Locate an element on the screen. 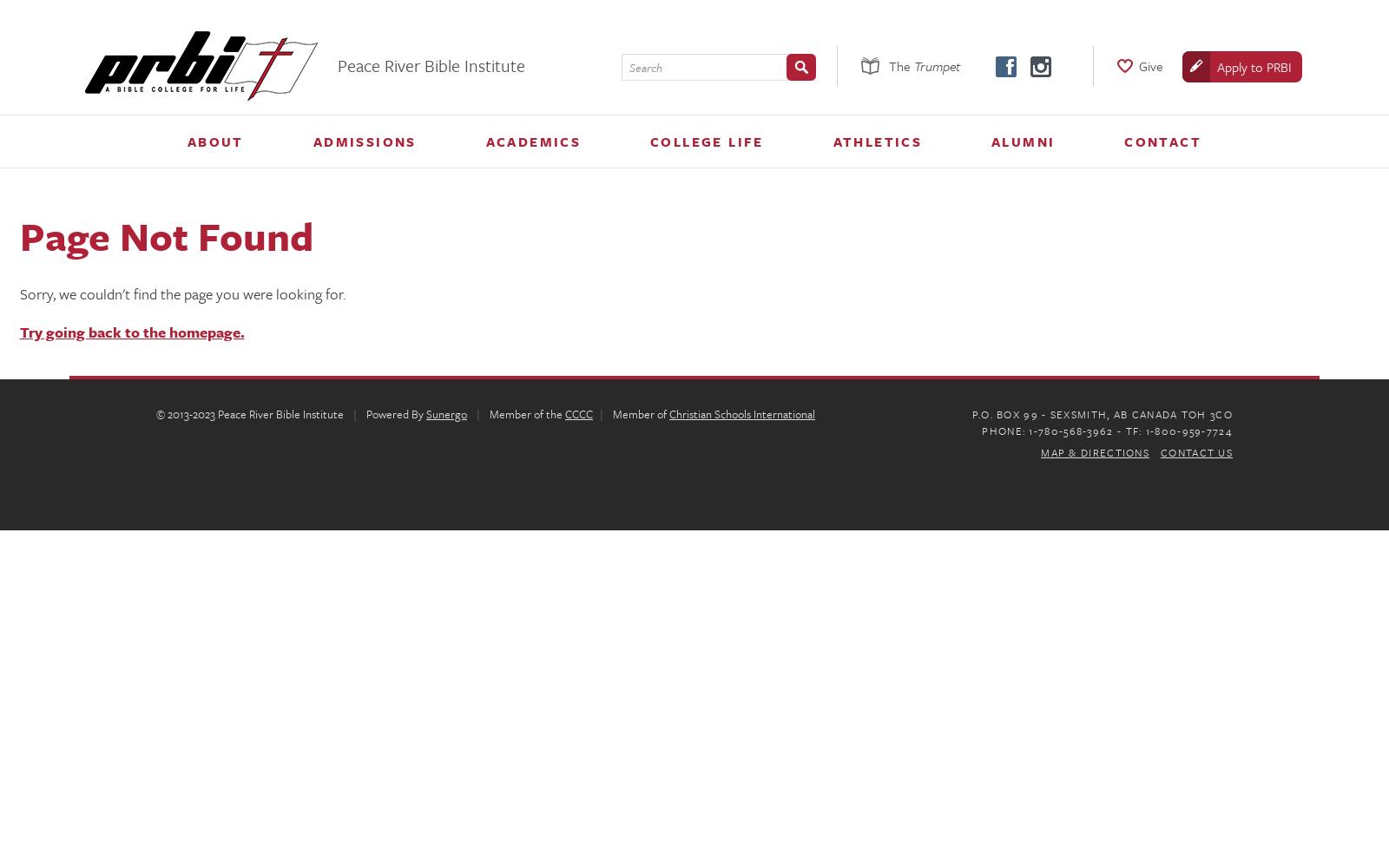  'Search' is located at coordinates (646, 67).